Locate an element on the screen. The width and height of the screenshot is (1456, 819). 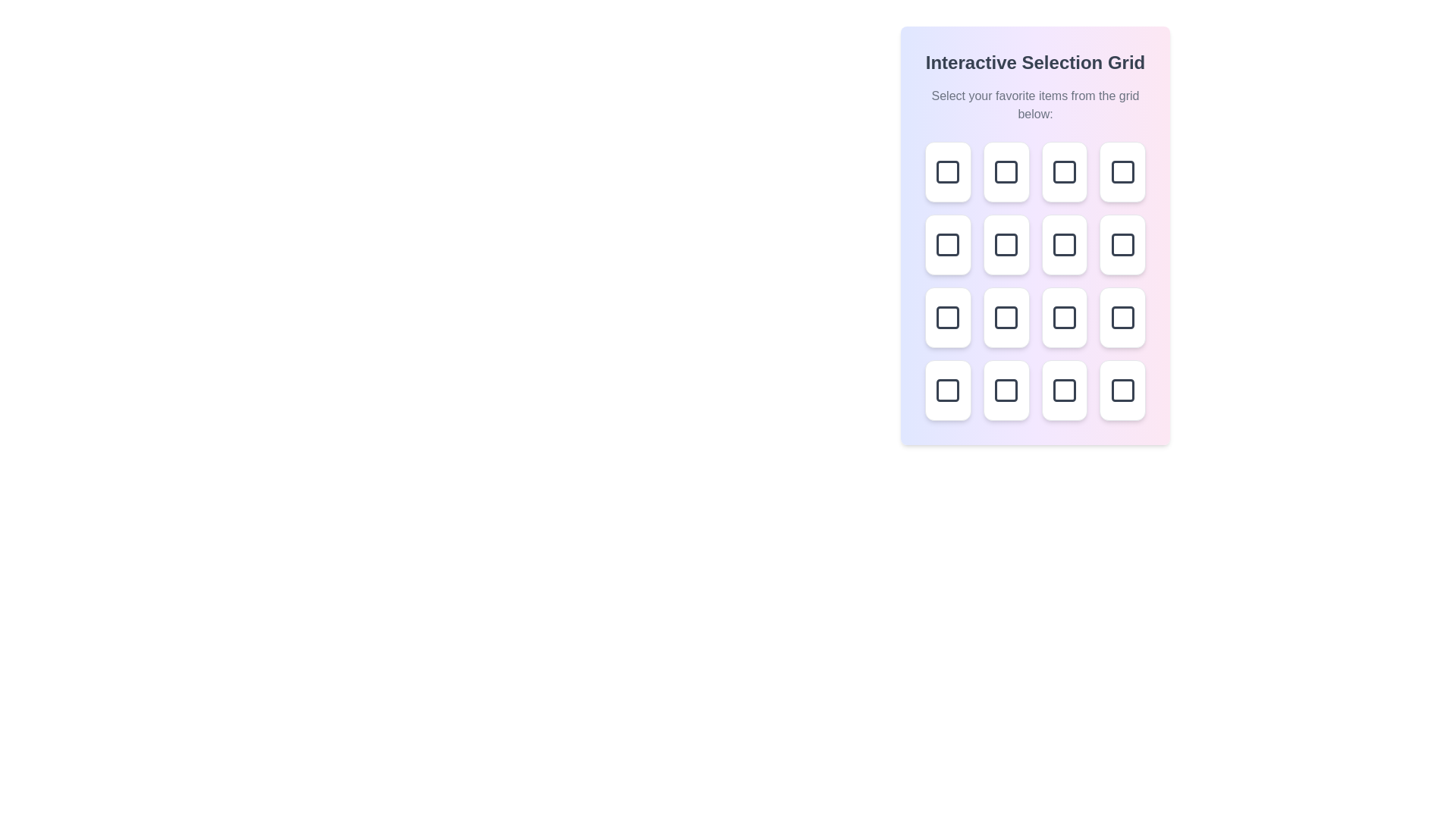
the small square with rounded corners in the fourth column of the first row of the grid is located at coordinates (1122, 171).